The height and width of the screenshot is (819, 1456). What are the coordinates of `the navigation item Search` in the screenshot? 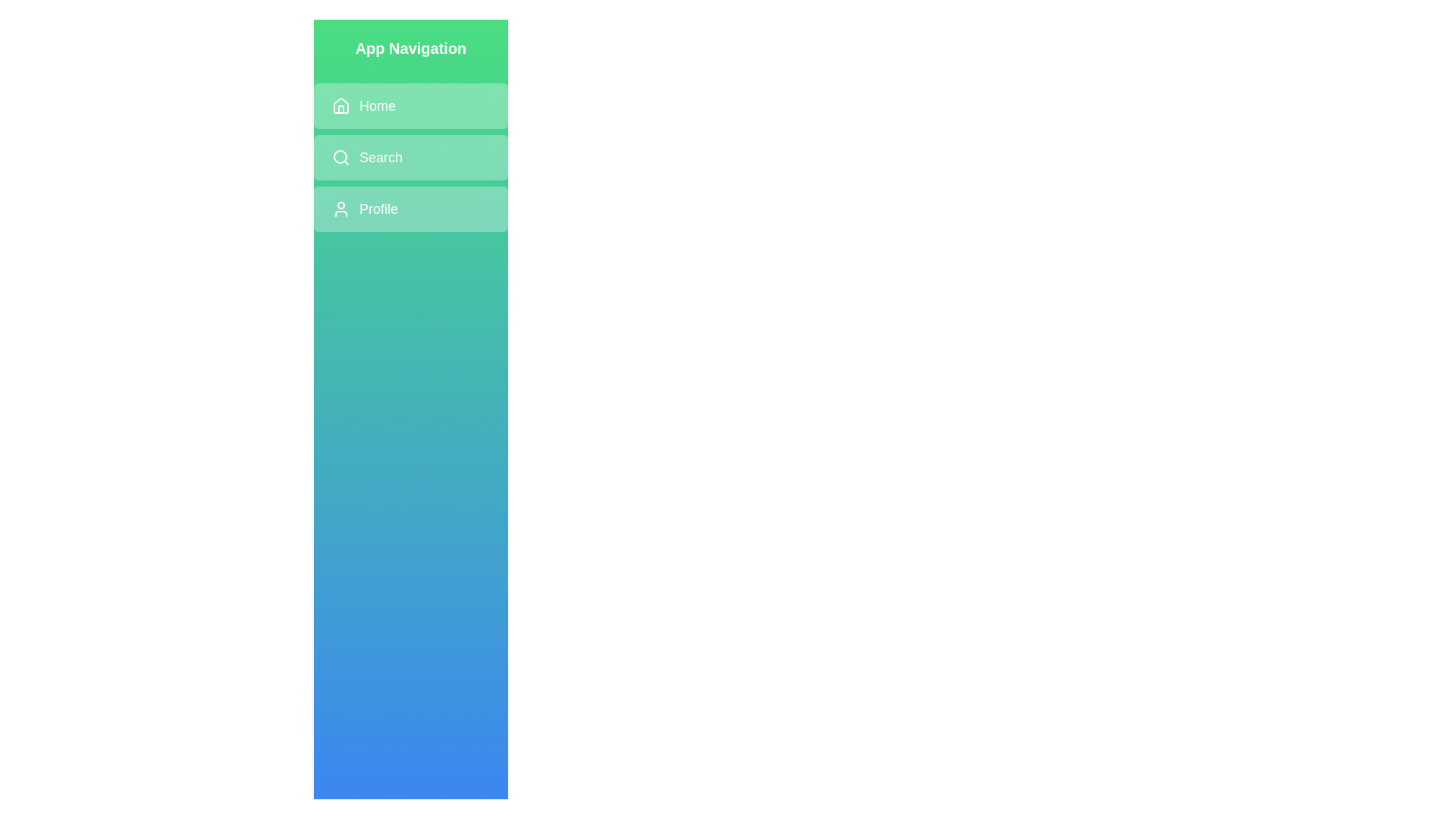 It's located at (411, 158).